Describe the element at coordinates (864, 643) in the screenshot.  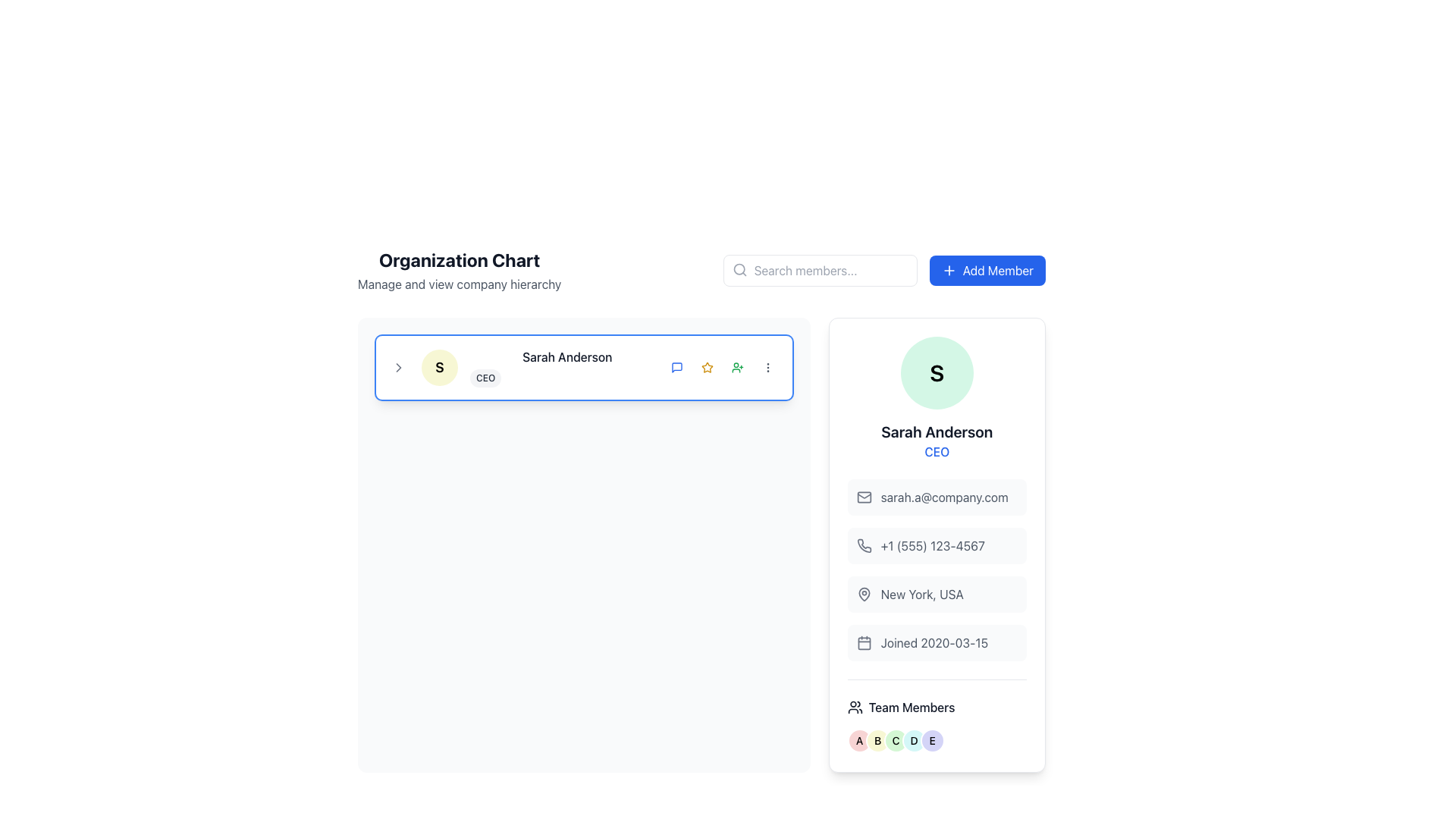
I see `the decorative graphical component within the calendar icon associated with 'Joined 2020-03-15'` at that location.